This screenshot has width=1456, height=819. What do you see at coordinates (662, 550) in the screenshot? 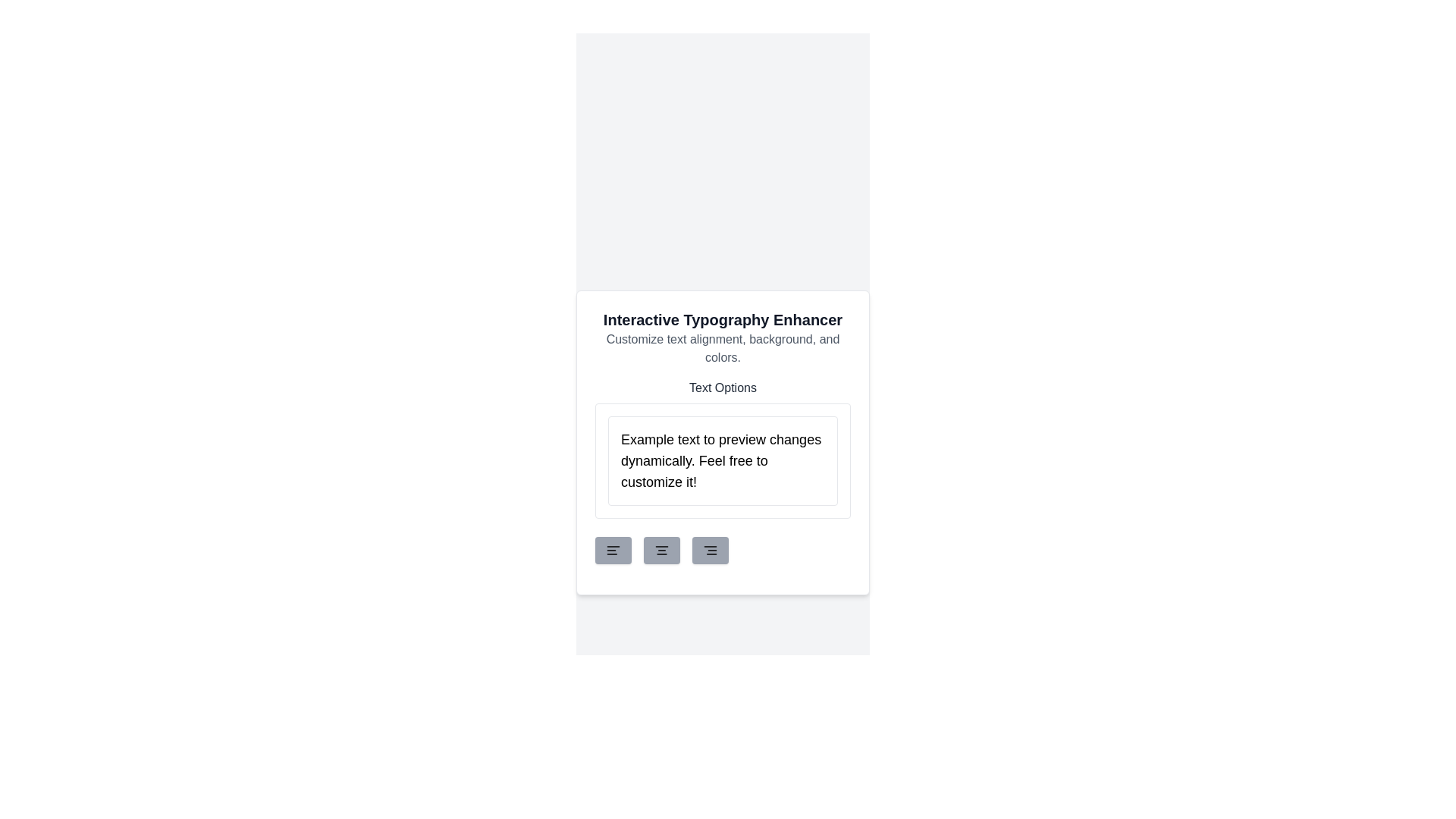
I see `the rectangular button with a light gray background and an icon of three horizontal lines, indicating a text alignment center feature, positioned centrally among three buttons in a horizontal row at the bottom of a panel` at bounding box center [662, 550].